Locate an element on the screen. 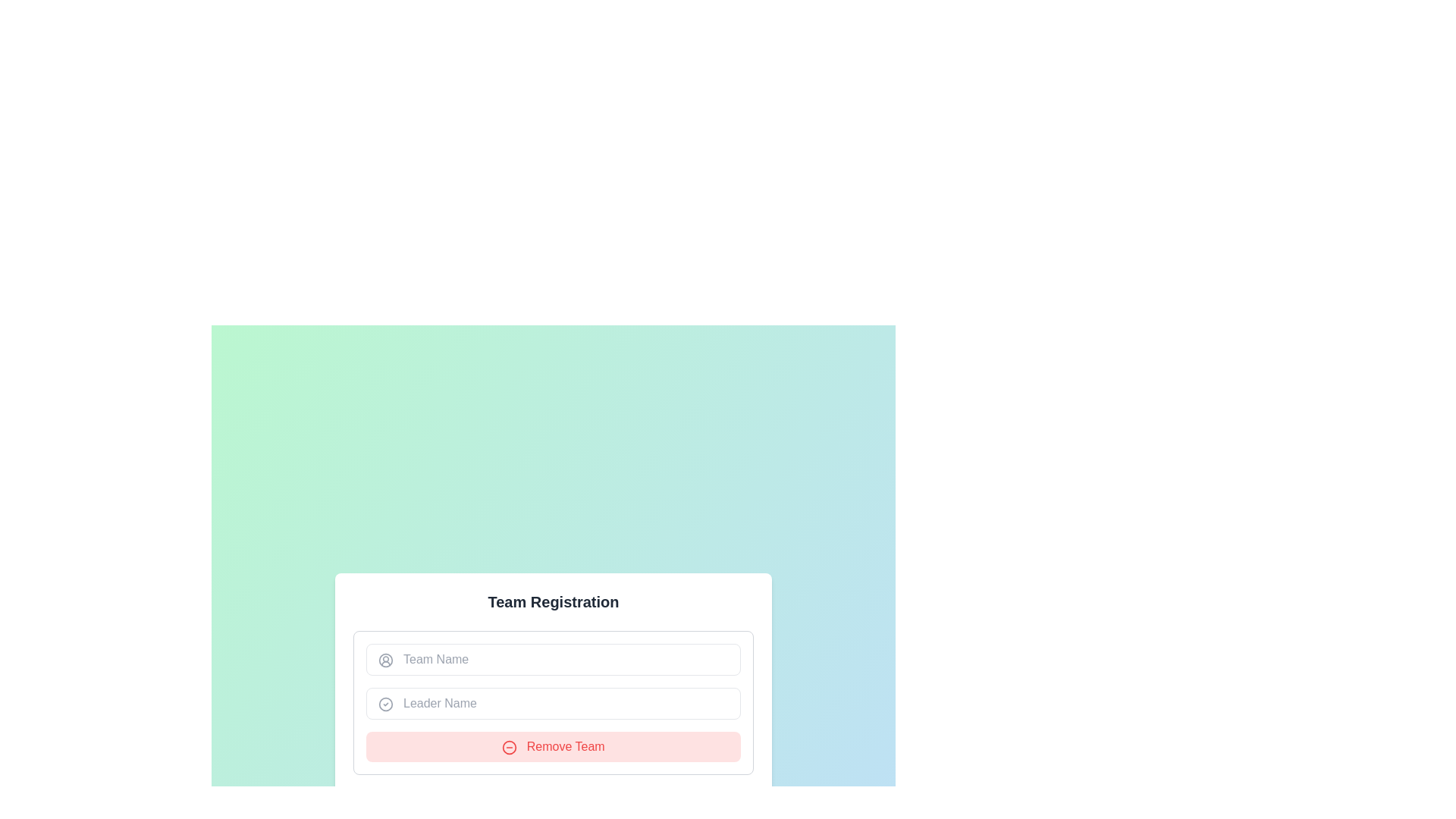  the SVG circular shape that is part of the decorative user icon, located near the 'Team Name' label is located at coordinates (385, 660).